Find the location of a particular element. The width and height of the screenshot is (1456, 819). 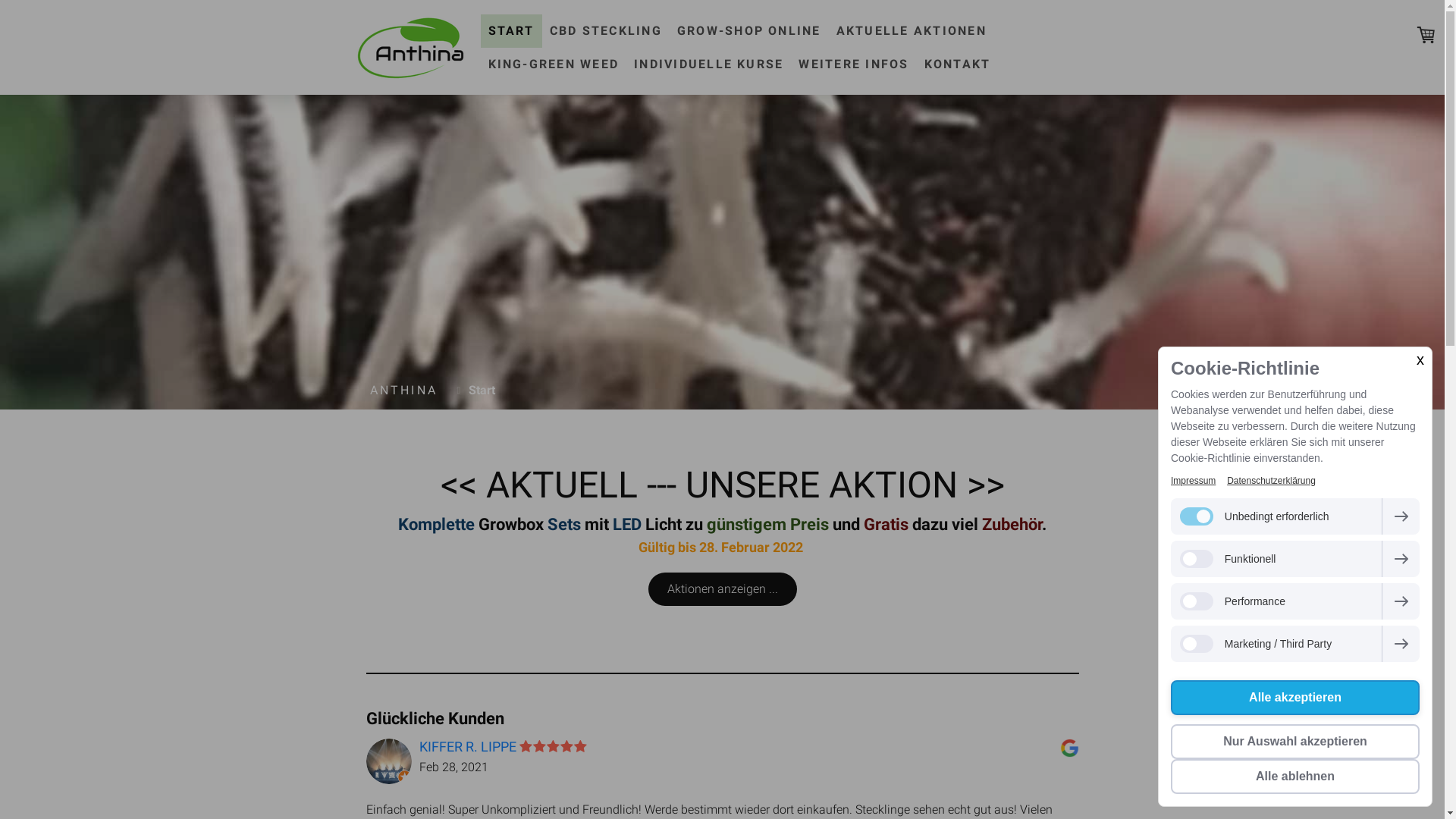

'GROW-SHOP ONLINE' is located at coordinates (669, 30).